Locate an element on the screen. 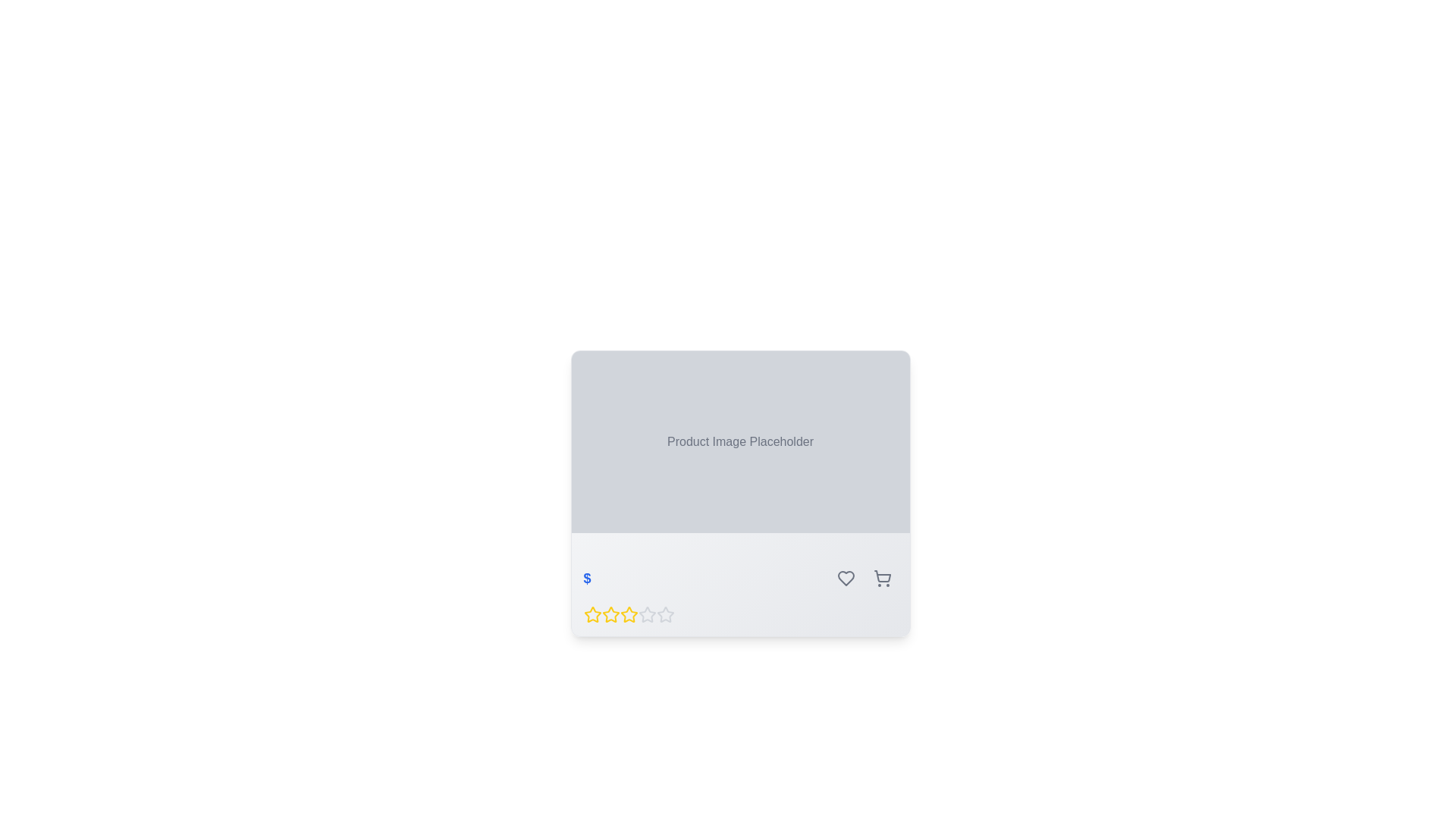 The width and height of the screenshot is (1456, 819). the fifth star icon is located at coordinates (665, 614).